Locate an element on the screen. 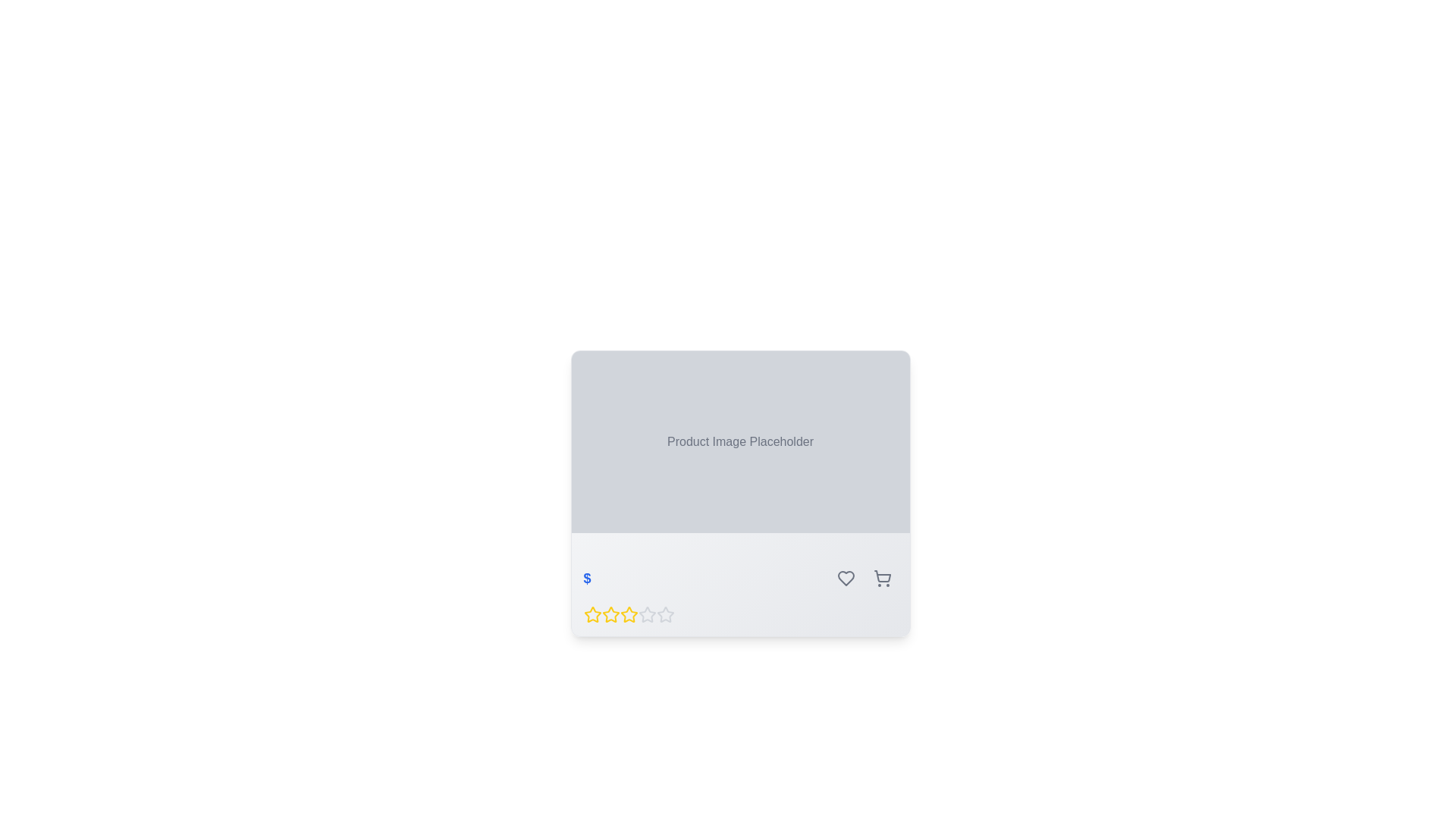 The width and height of the screenshot is (1456, 819). the fifth star icon is located at coordinates (665, 614).